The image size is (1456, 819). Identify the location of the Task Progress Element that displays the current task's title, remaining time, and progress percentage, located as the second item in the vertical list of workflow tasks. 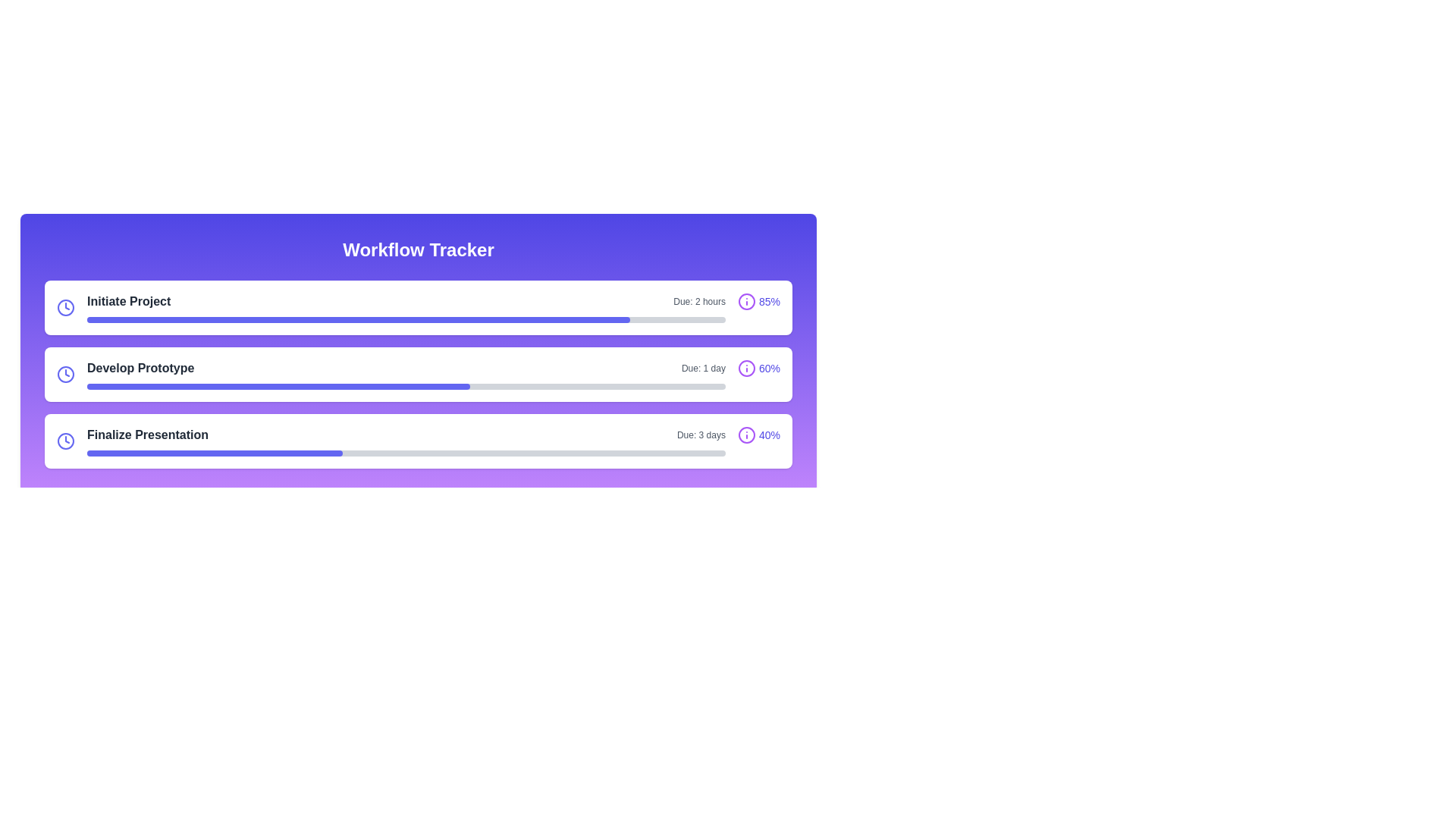
(406, 374).